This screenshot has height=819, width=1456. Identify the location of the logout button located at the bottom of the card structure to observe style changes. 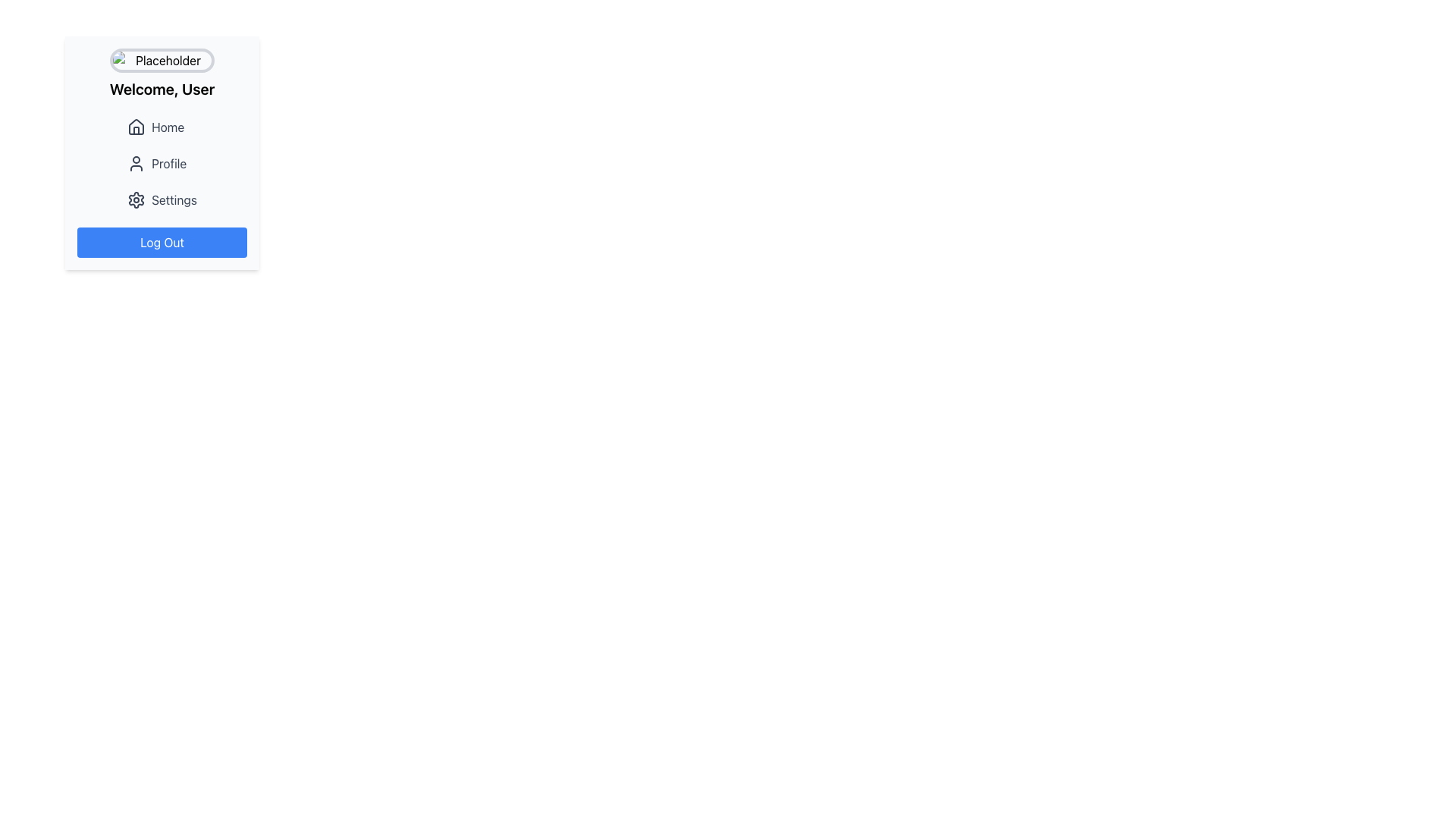
(162, 242).